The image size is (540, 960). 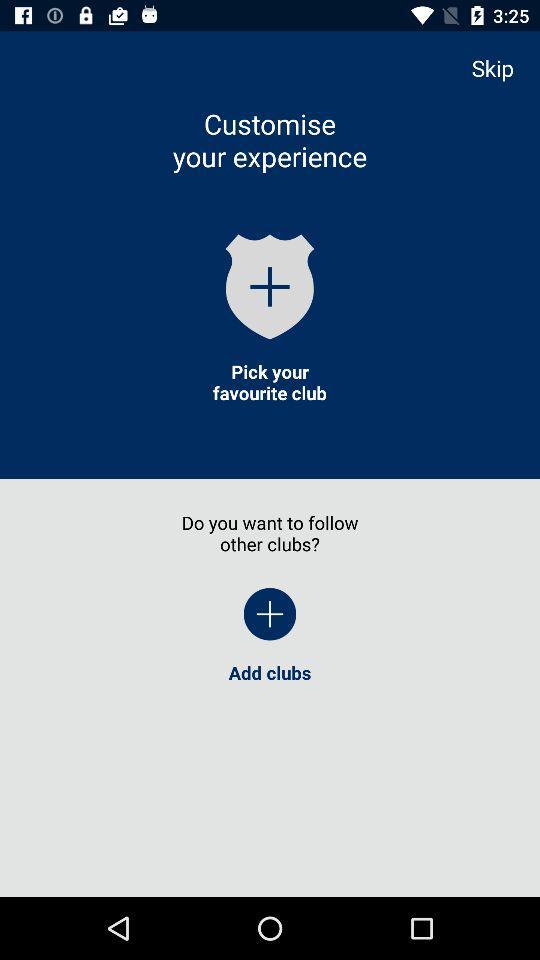 What do you see at coordinates (501, 68) in the screenshot?
I see `skip app` at bounding box center [501, 68].